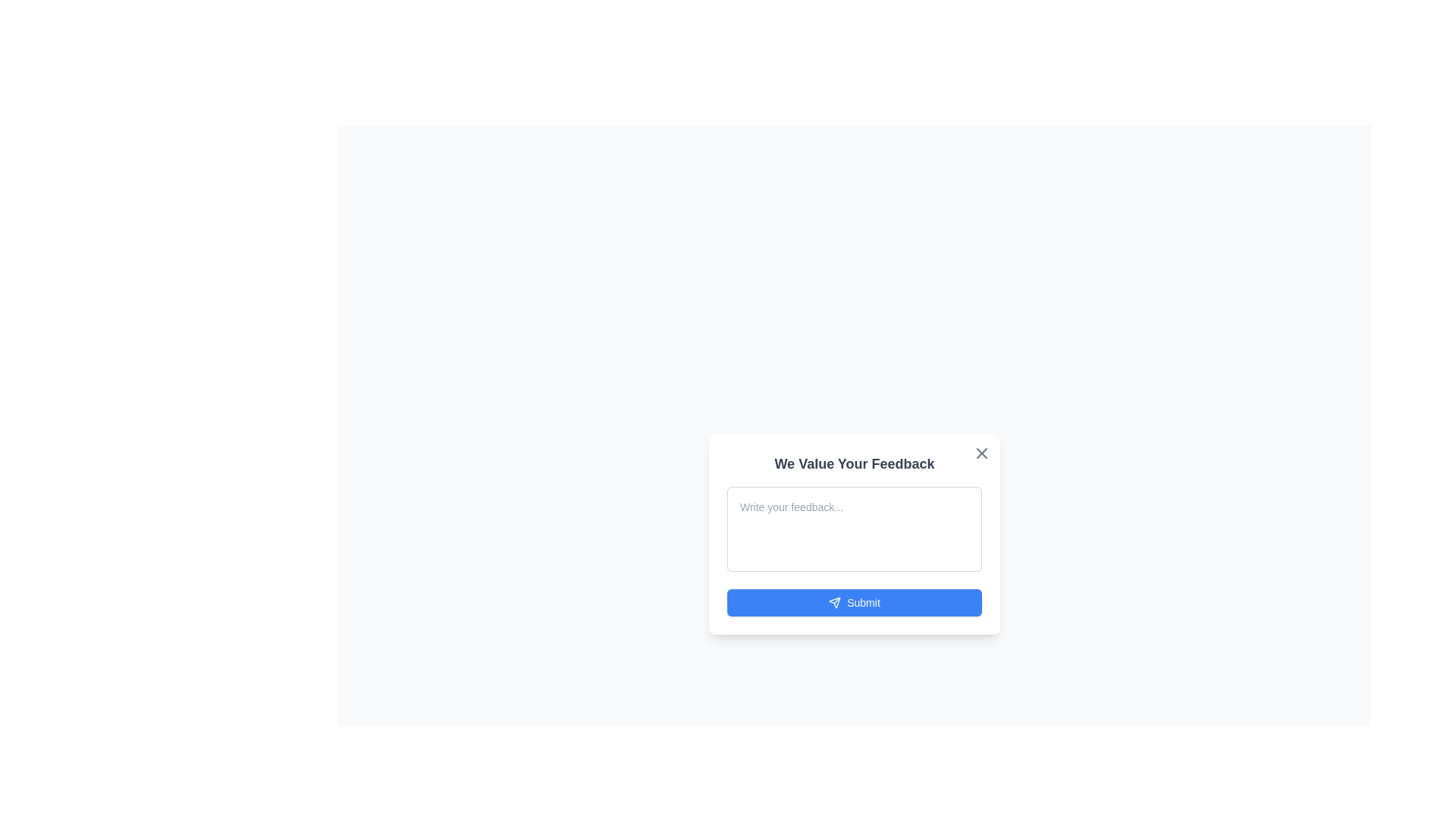  I want to click on the 'Submit' button icon, which serves as a visual indicator to send feedback input, so click(834, 601).